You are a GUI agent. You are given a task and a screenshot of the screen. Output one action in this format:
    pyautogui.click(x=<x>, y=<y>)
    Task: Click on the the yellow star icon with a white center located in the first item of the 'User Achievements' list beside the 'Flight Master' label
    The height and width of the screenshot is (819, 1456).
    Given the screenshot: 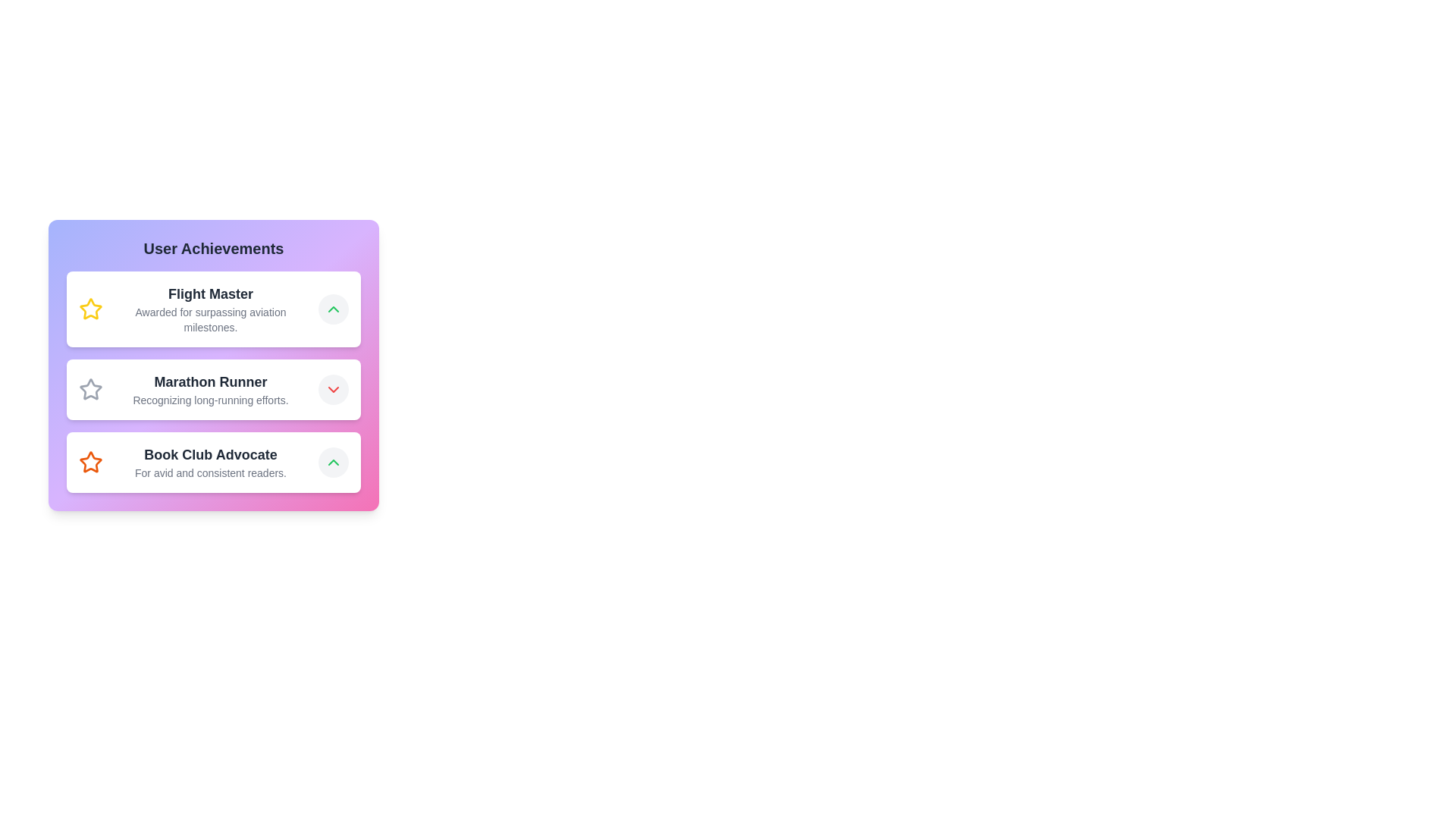 What is the action you would take?
    pyautogui.click(x=90, y=308)
    